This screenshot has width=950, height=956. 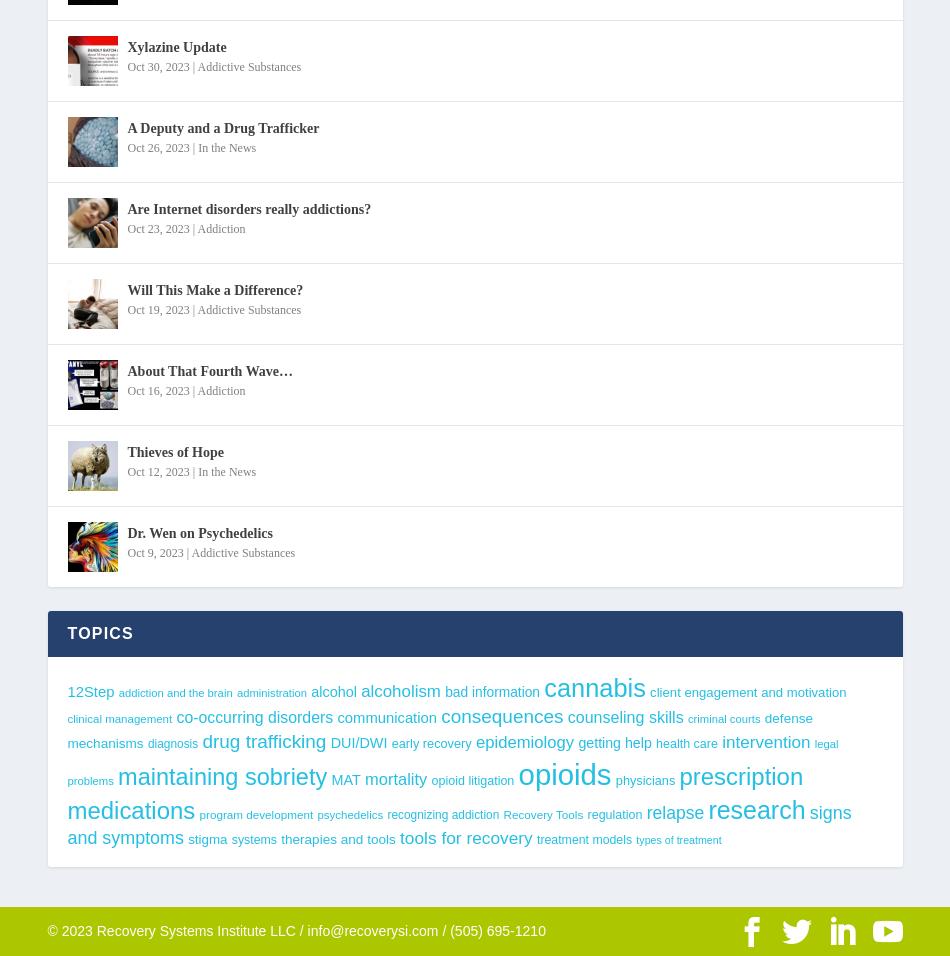 What do you see at coordinates (678, 840) in the screenshot?
I see `'types of treatment'` at bounding box center [678, 840].